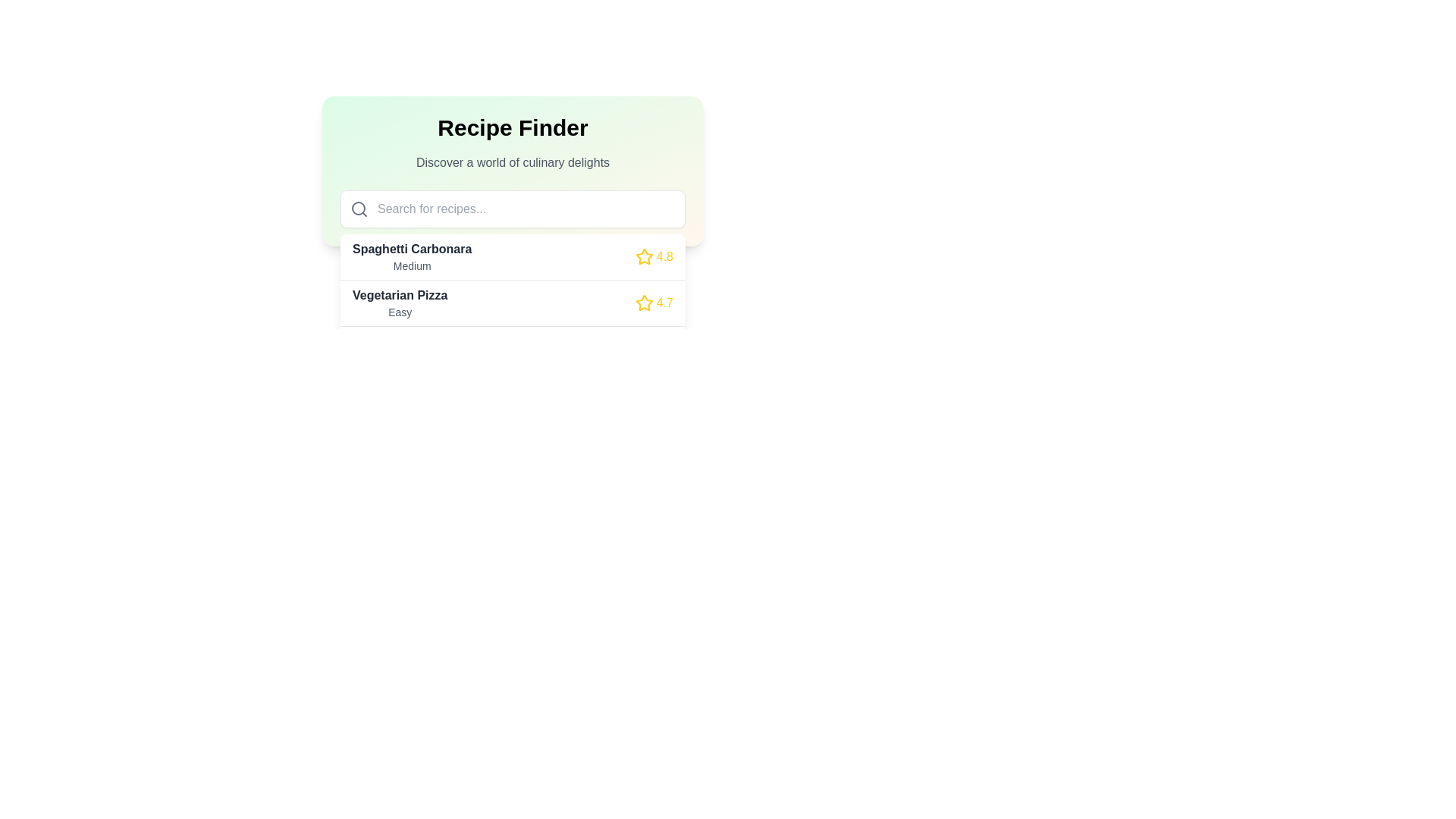 The image size is (1456, 819). What do you see at coordinates (412, 256) in the screenshot?
I see `text label that serves as a descriptive label for the first item in the vertically stacked list, indicating the name and details of a recipe` at bounding box center [412, 256].